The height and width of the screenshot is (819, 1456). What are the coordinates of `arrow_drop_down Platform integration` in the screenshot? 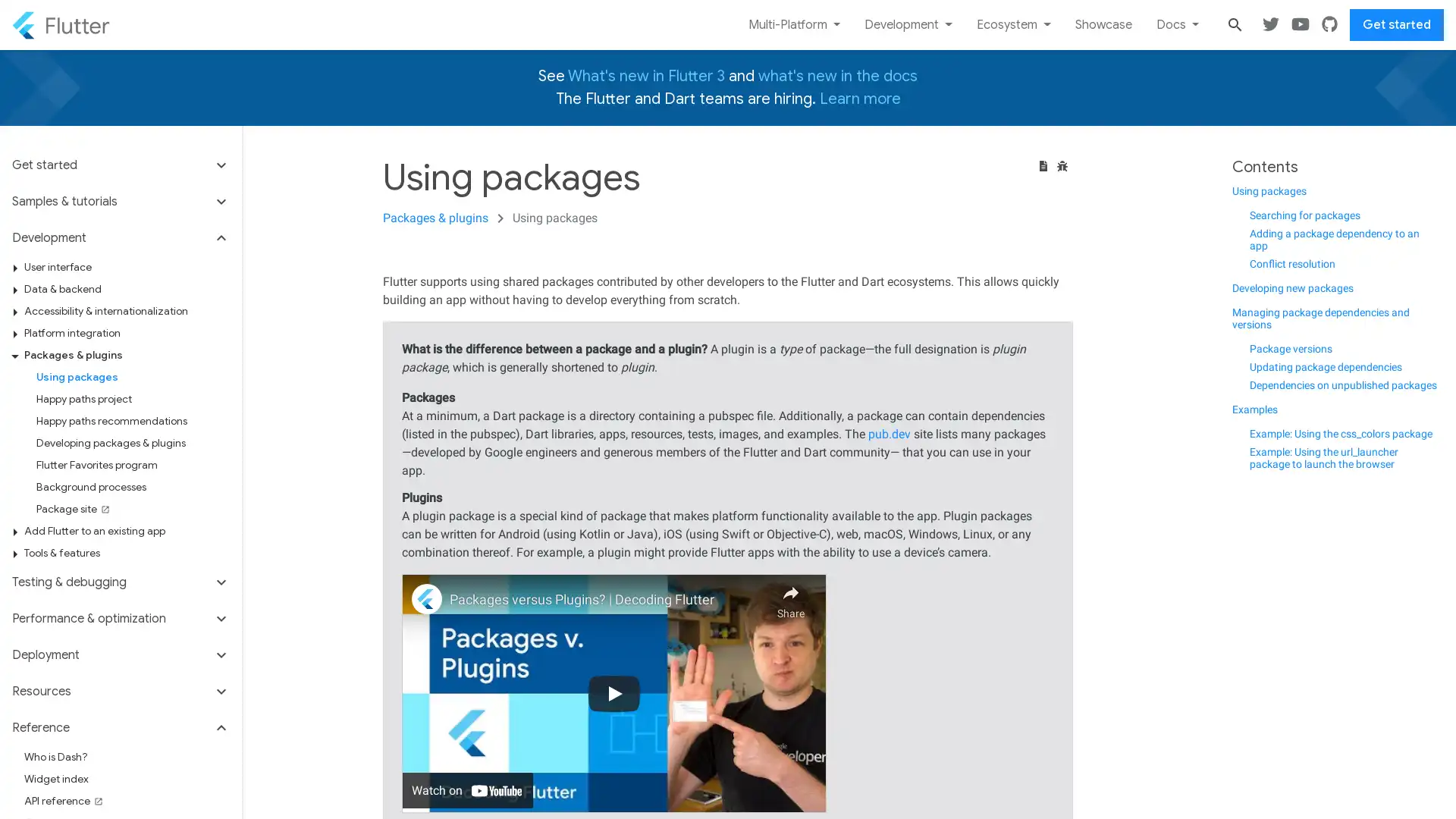 It's located at (127, 332).